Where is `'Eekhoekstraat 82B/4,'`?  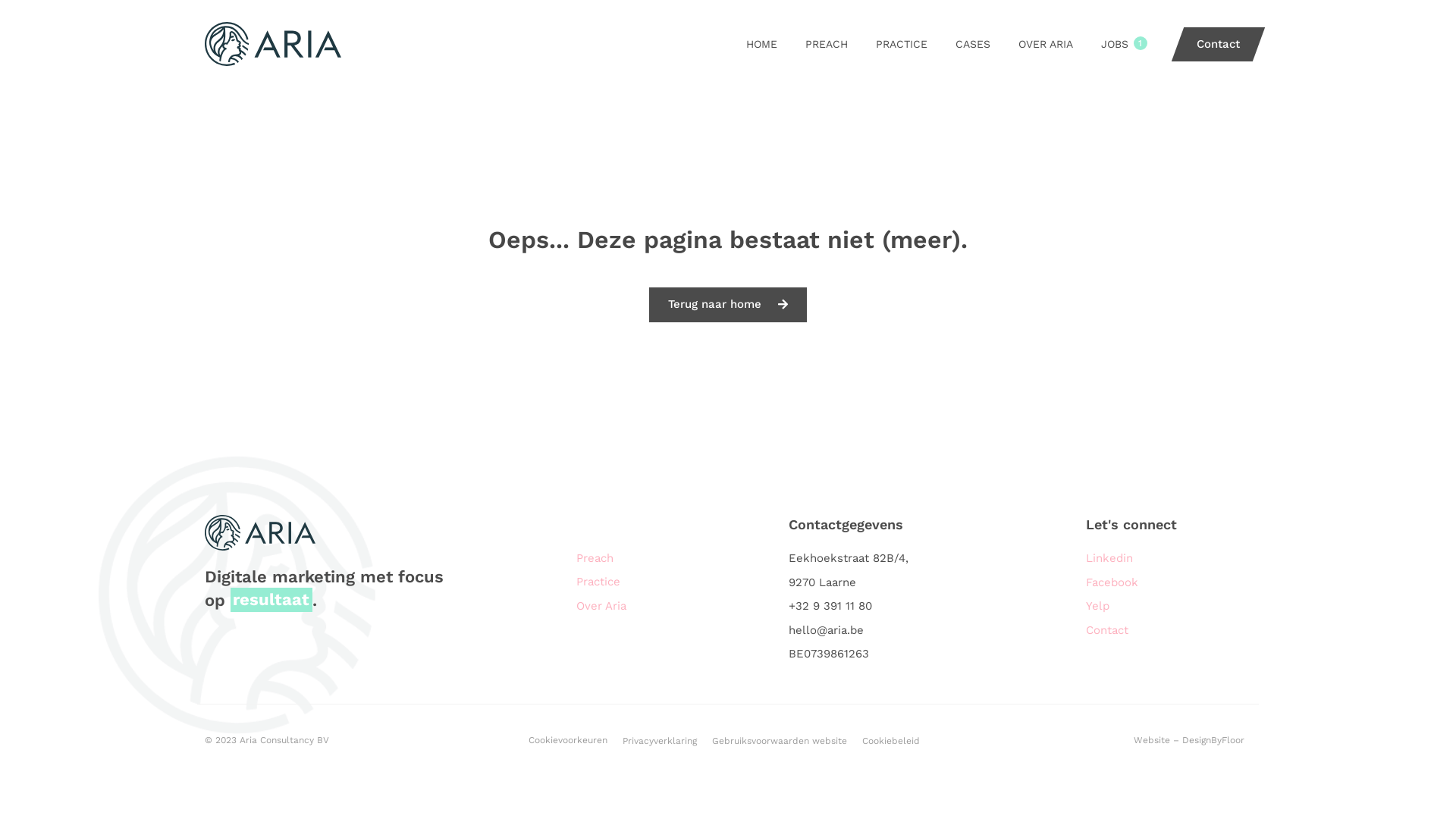 'Eekhoekstraat 82B/4,' is located at coordinates (789, 558).